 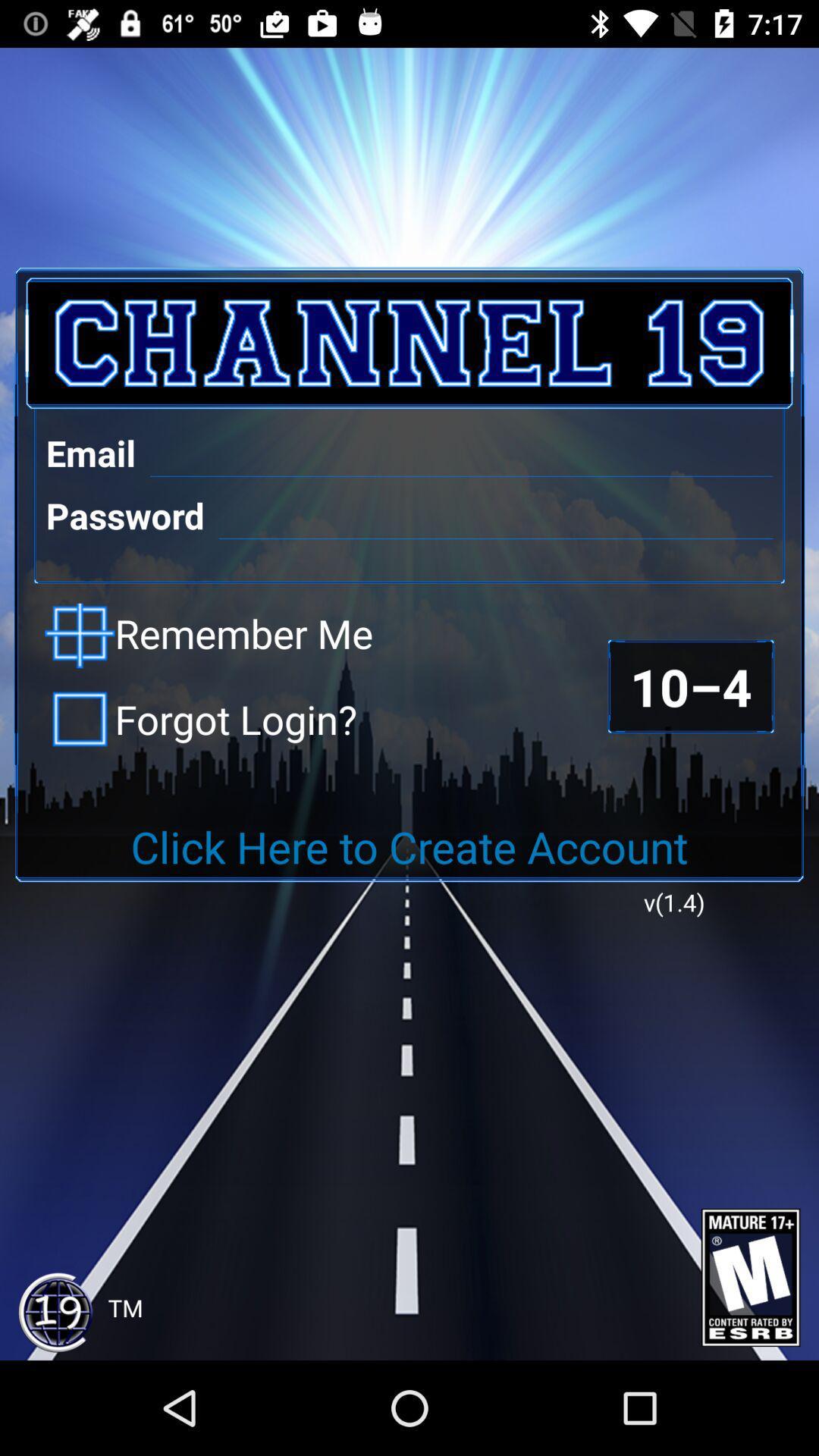 What do you see at coordinates (200, 718) in the screenshot?
I see `checkbox below the remember me icon` at bounding box center [200, 718].